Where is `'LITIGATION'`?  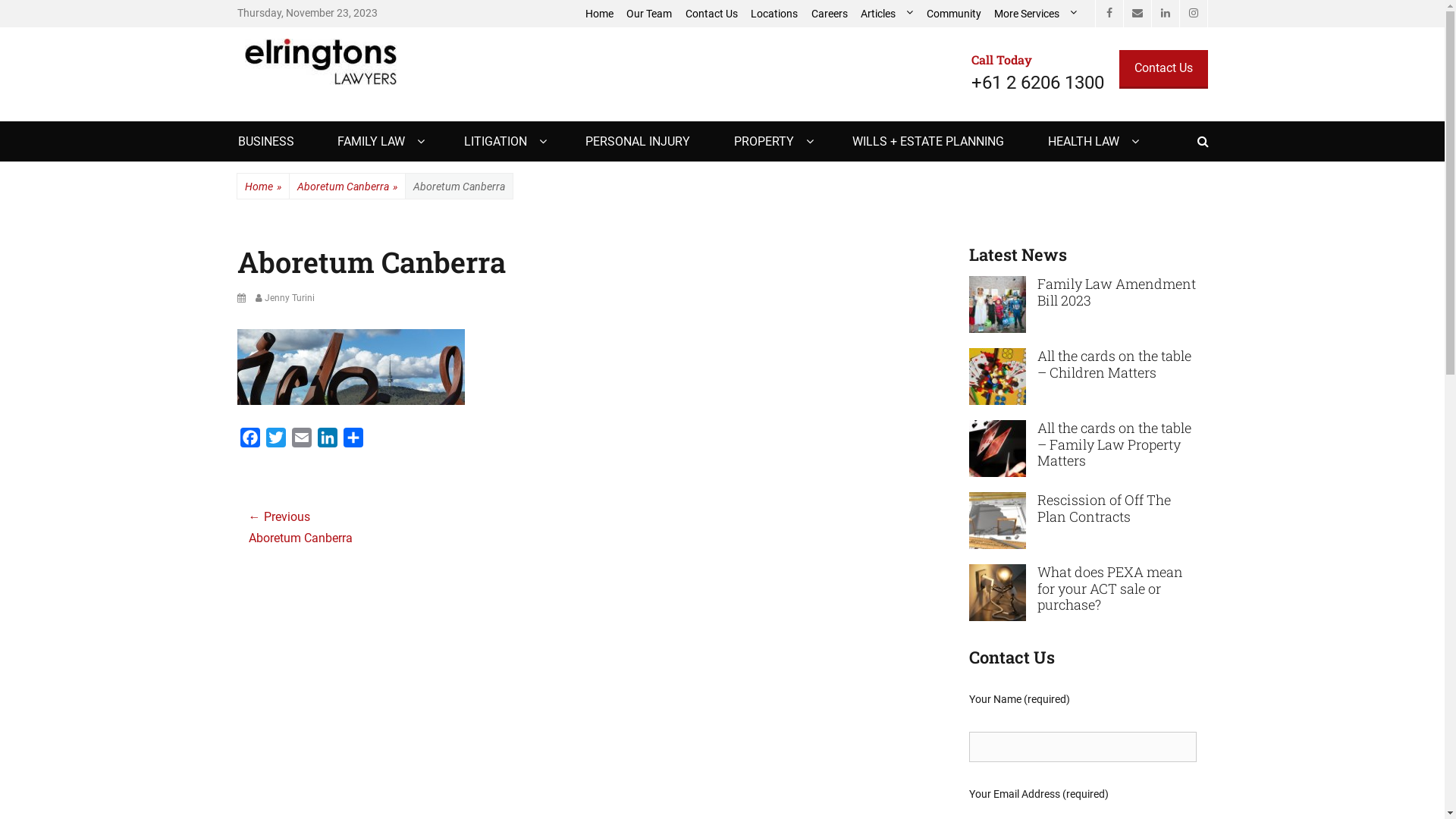 'LITIGATION' is located at coordinates (503, 141).